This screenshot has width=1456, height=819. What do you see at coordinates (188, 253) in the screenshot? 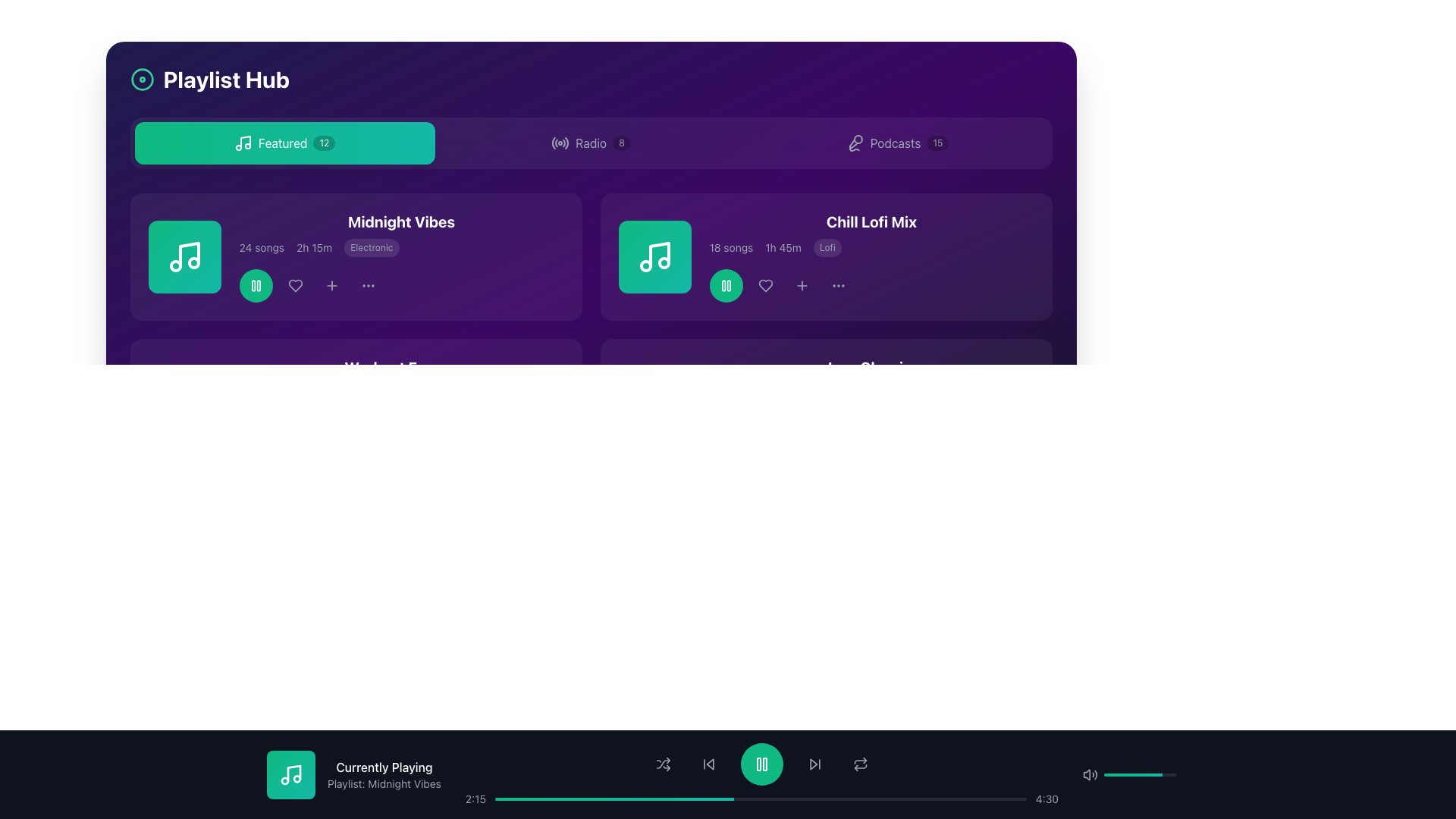
I see `the main stem of the music note icon, which is part of the 'Midnight Vibes' playlist tile, located in a green square` at bounding box center [188, 253].